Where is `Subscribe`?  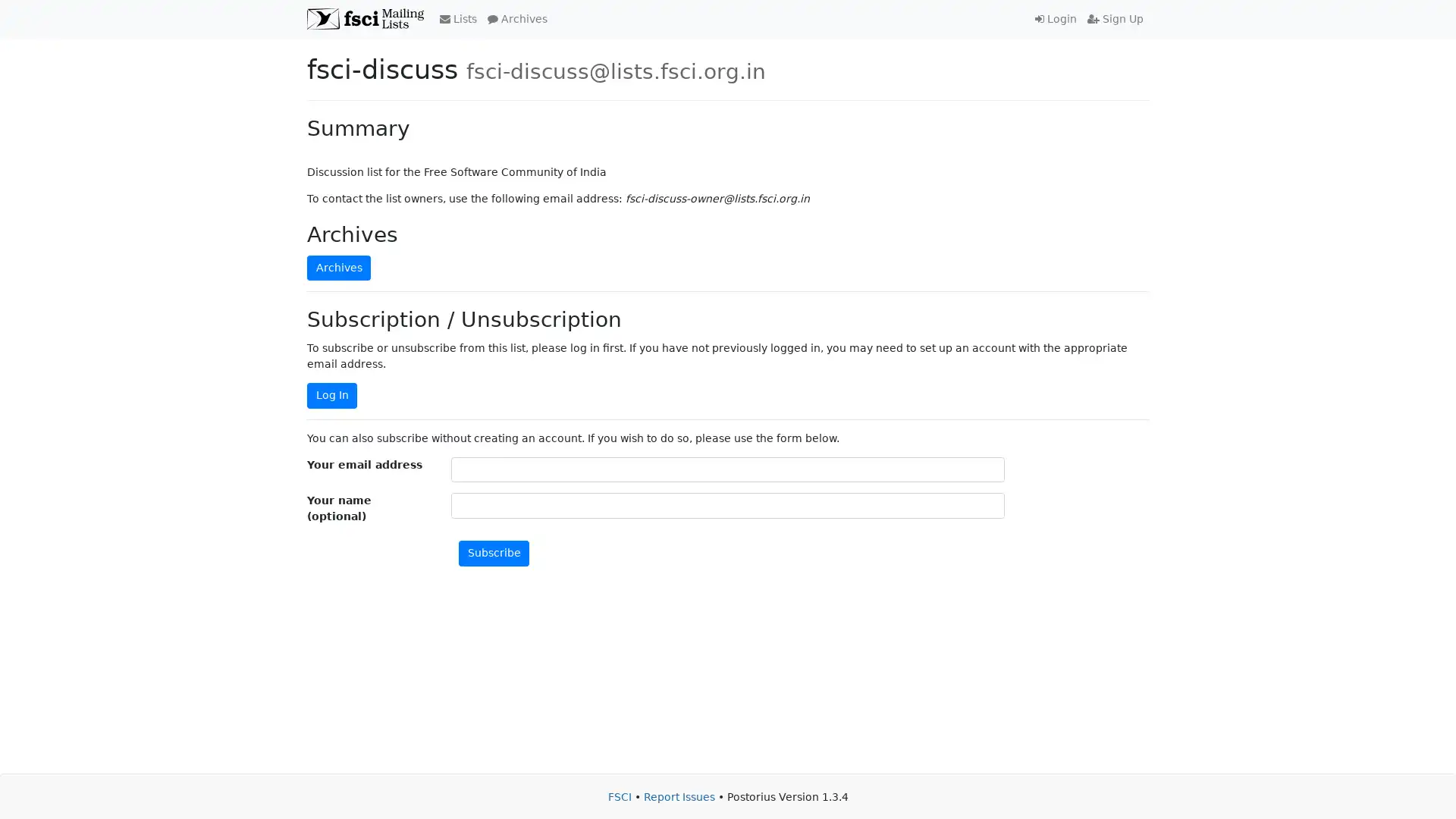 Subscribe is located at coordinates (494, 553).